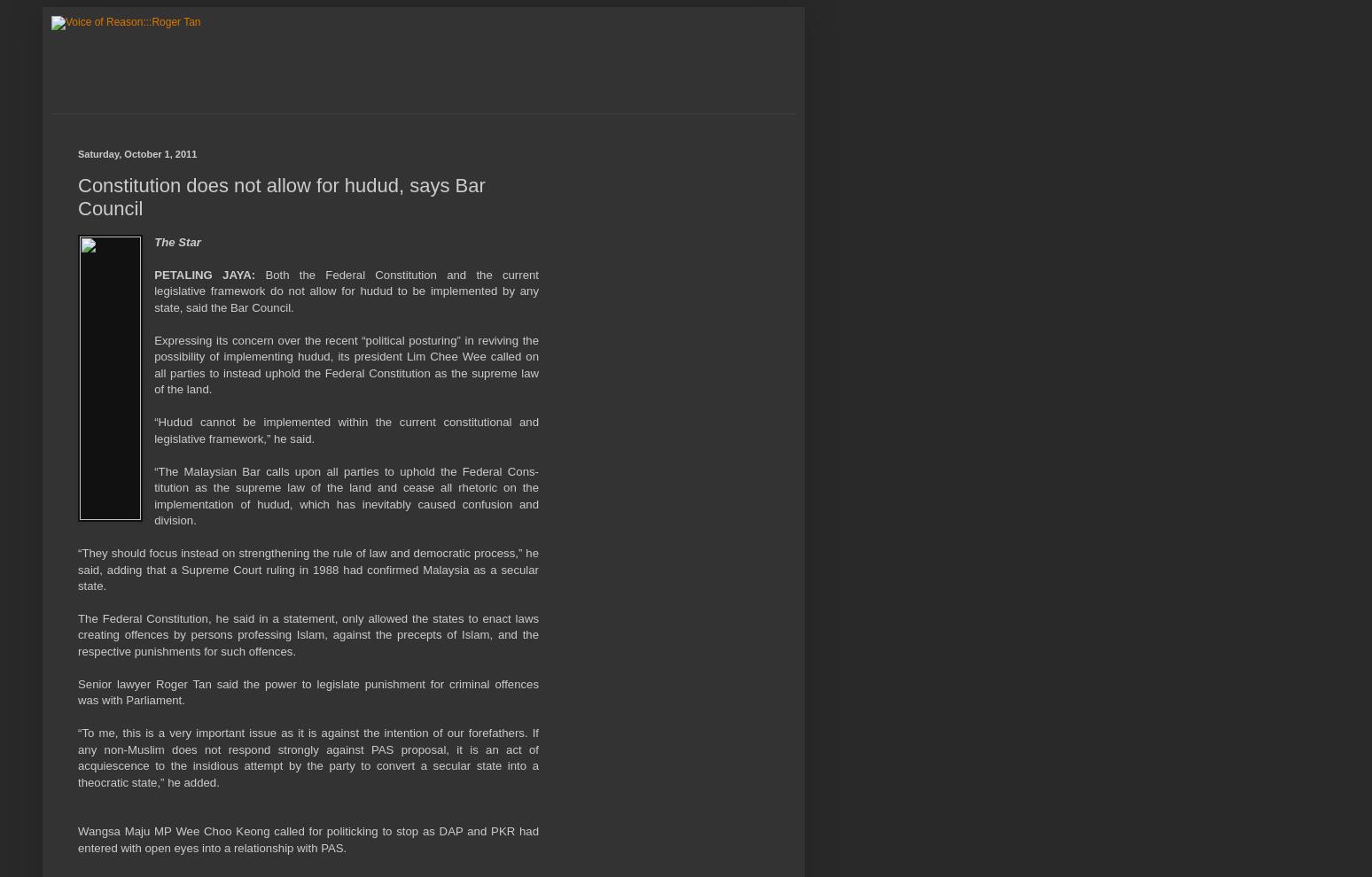  Describe the element at coordinates (308, 568) in the screenshot. I see `'“They should focus instead on strengthening the rule of law and democratic process,” he said, adding that a Supreme Court ruling in 1988 had confirmed Malaysia as a secular state.'` at that location.